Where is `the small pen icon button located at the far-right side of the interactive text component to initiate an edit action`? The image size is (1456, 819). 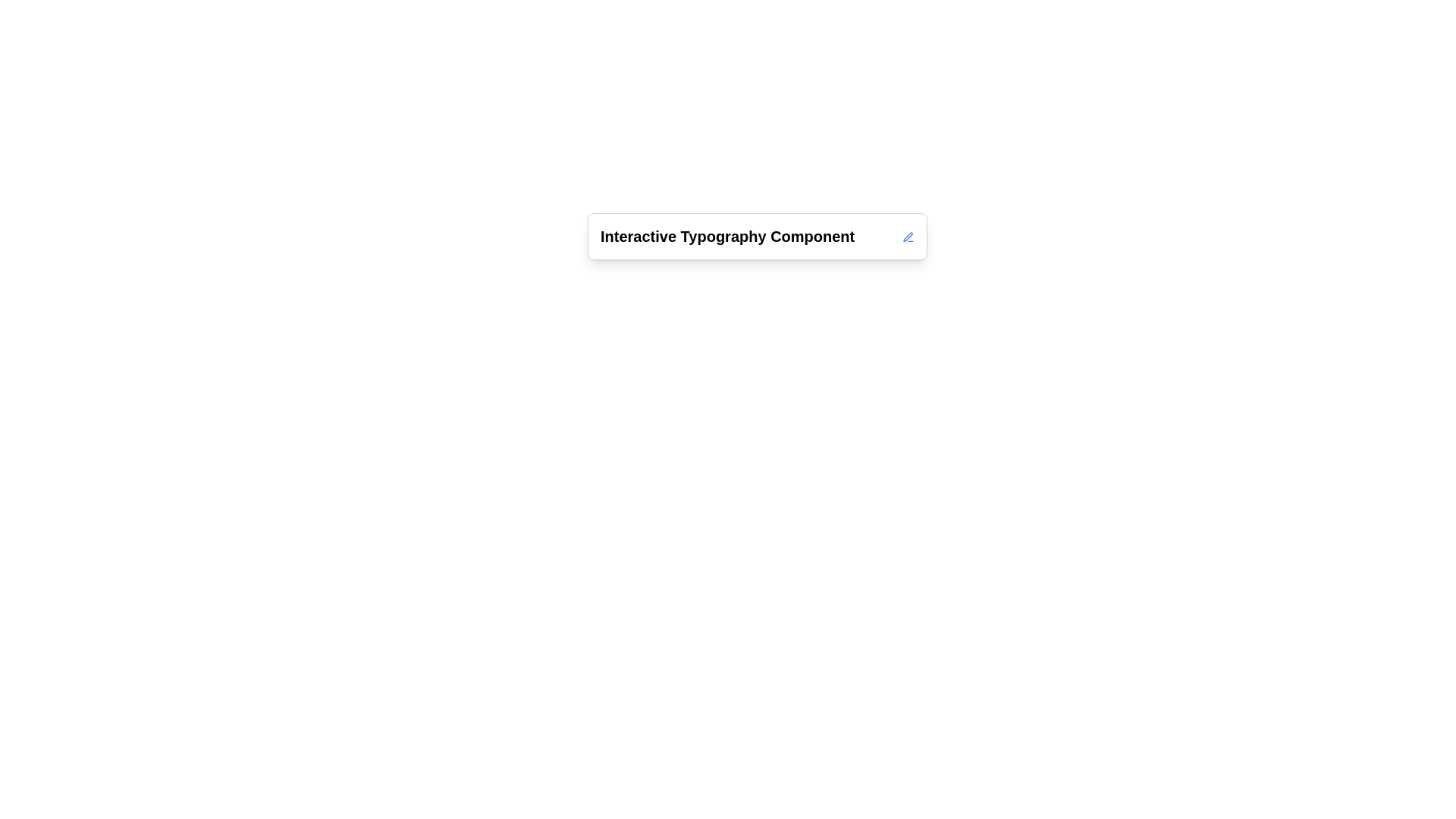
the small pen icon button located at the far-right side of the interactive text component to initiate an edit action is located at coordinates (908, 237).